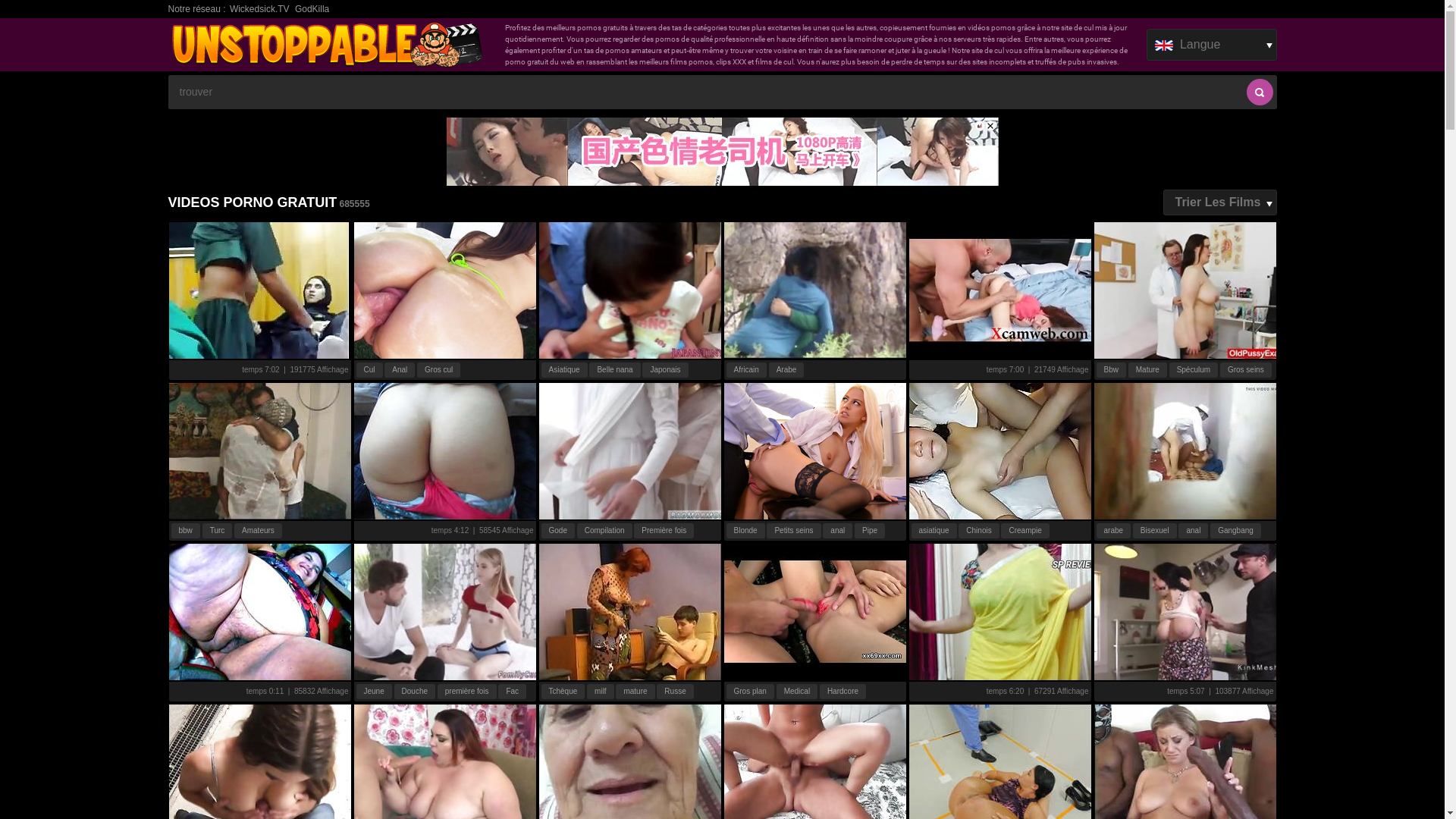  I want to click on 'Turc', so click(217, 529).